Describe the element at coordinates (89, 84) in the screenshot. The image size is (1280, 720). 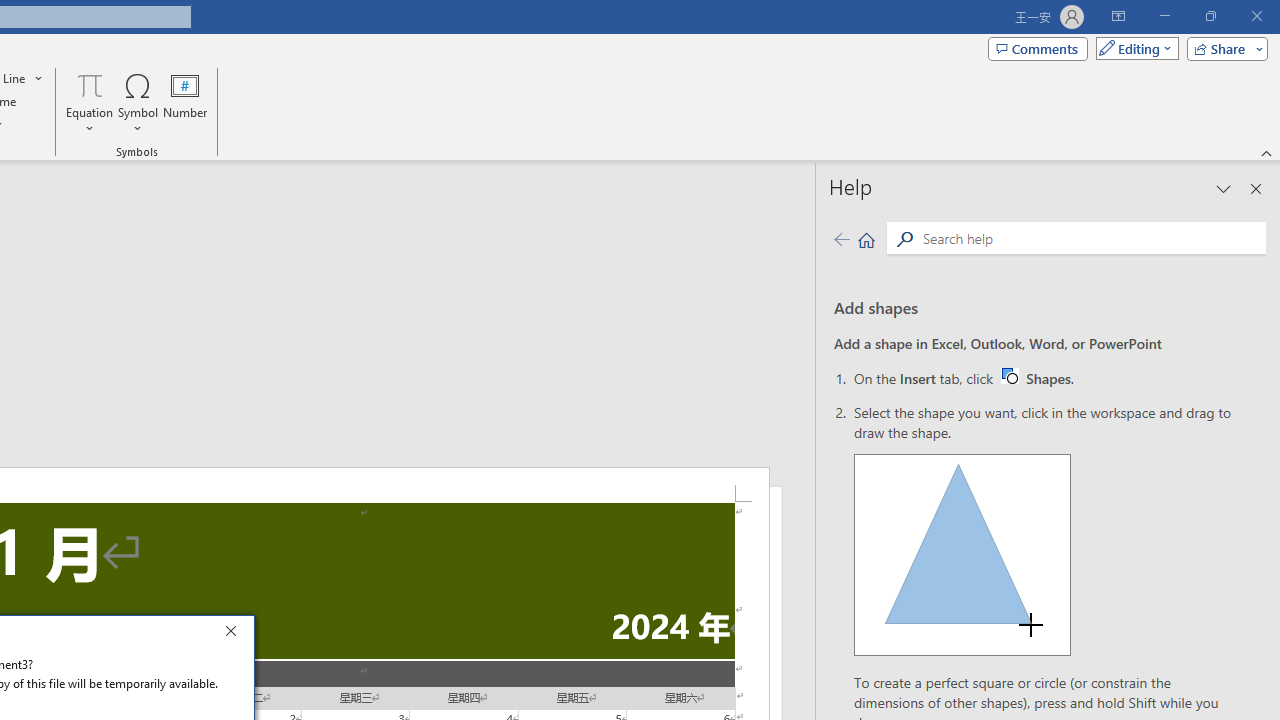
I see `'Equation'` at that location.